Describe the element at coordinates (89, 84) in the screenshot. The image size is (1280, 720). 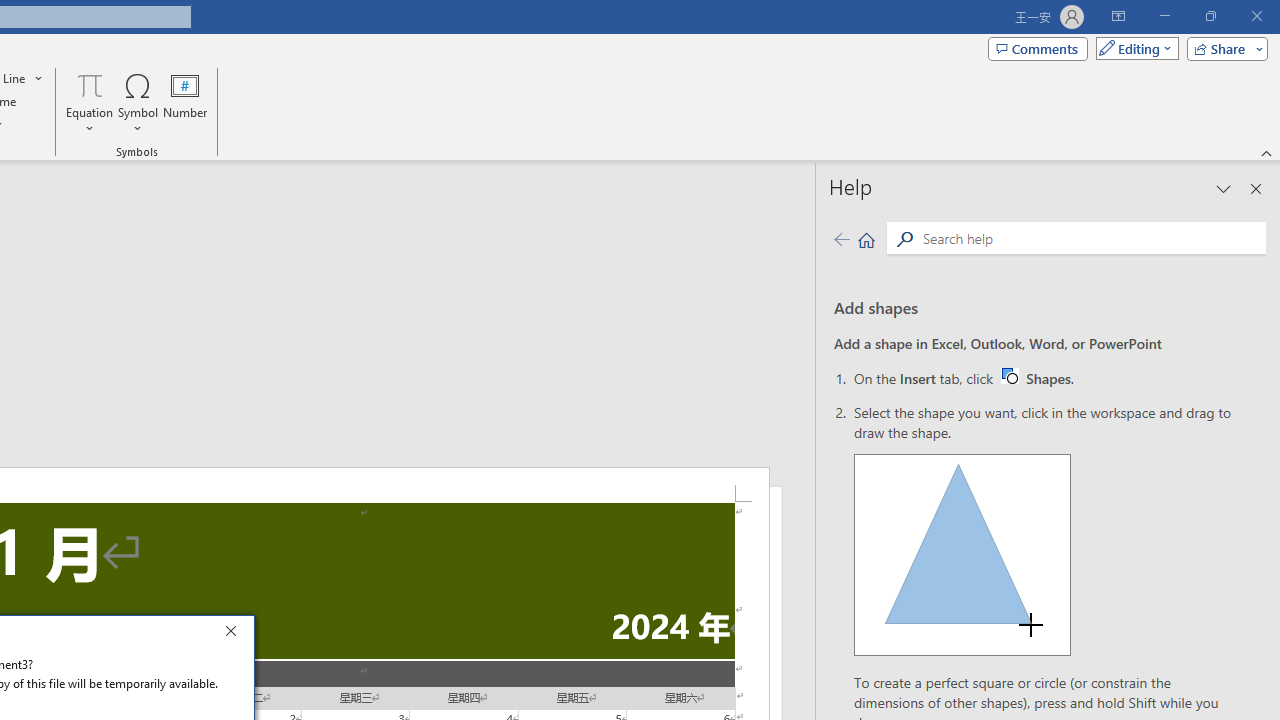
I see `'Equation'` at that location.